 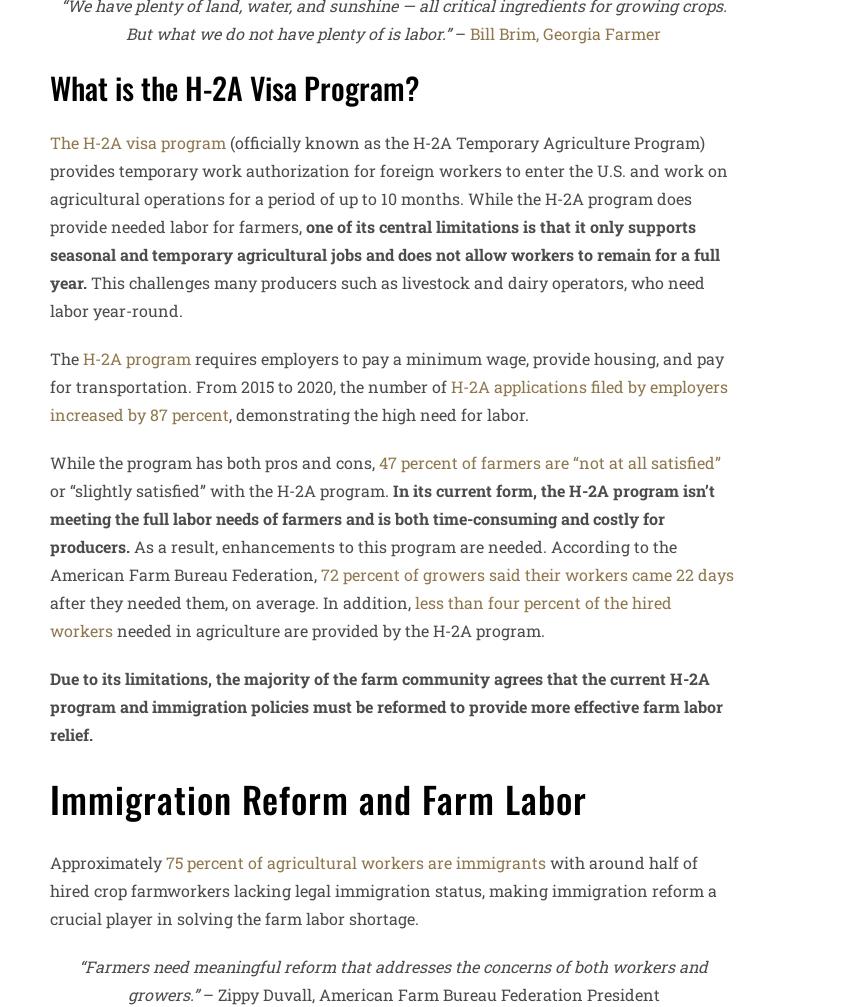 I want to click on '“Farmers need meaningful reform that addresses the concerns of both workers and growers.”', so click(x=79, y=979).